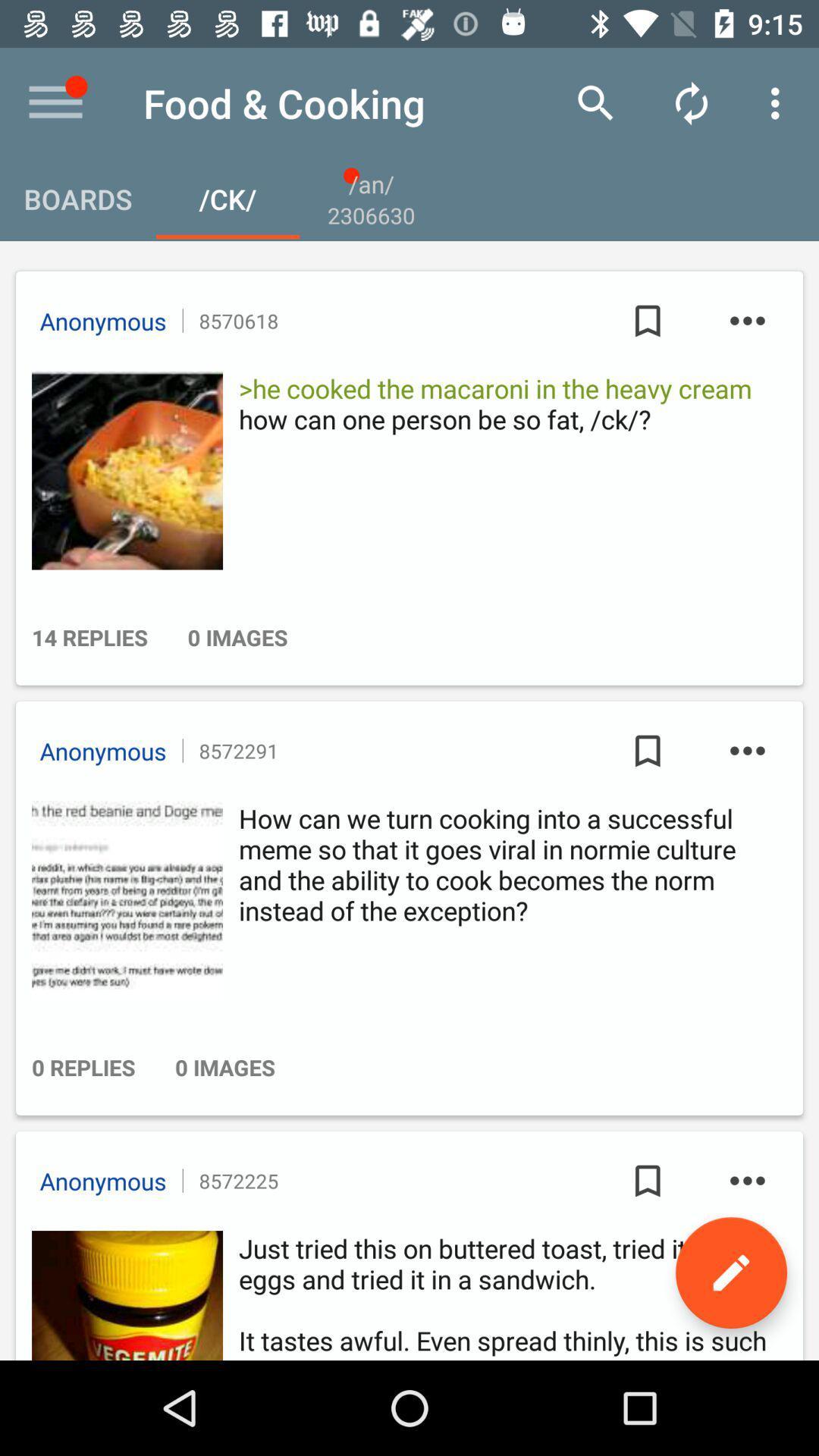  I want to click on food image, so click(122, 469).